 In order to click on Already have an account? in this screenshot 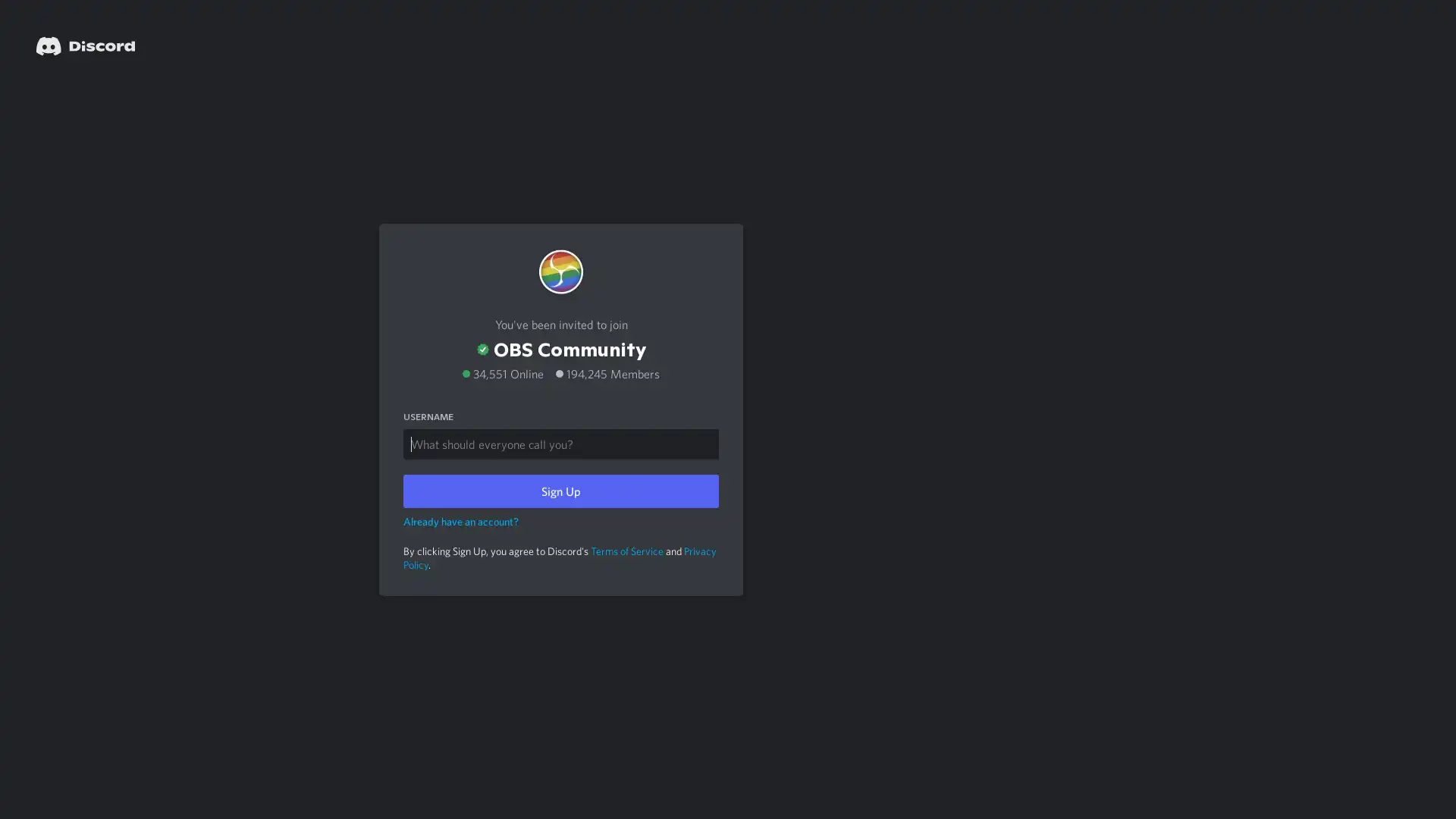, I will do `click(460, 519)`.